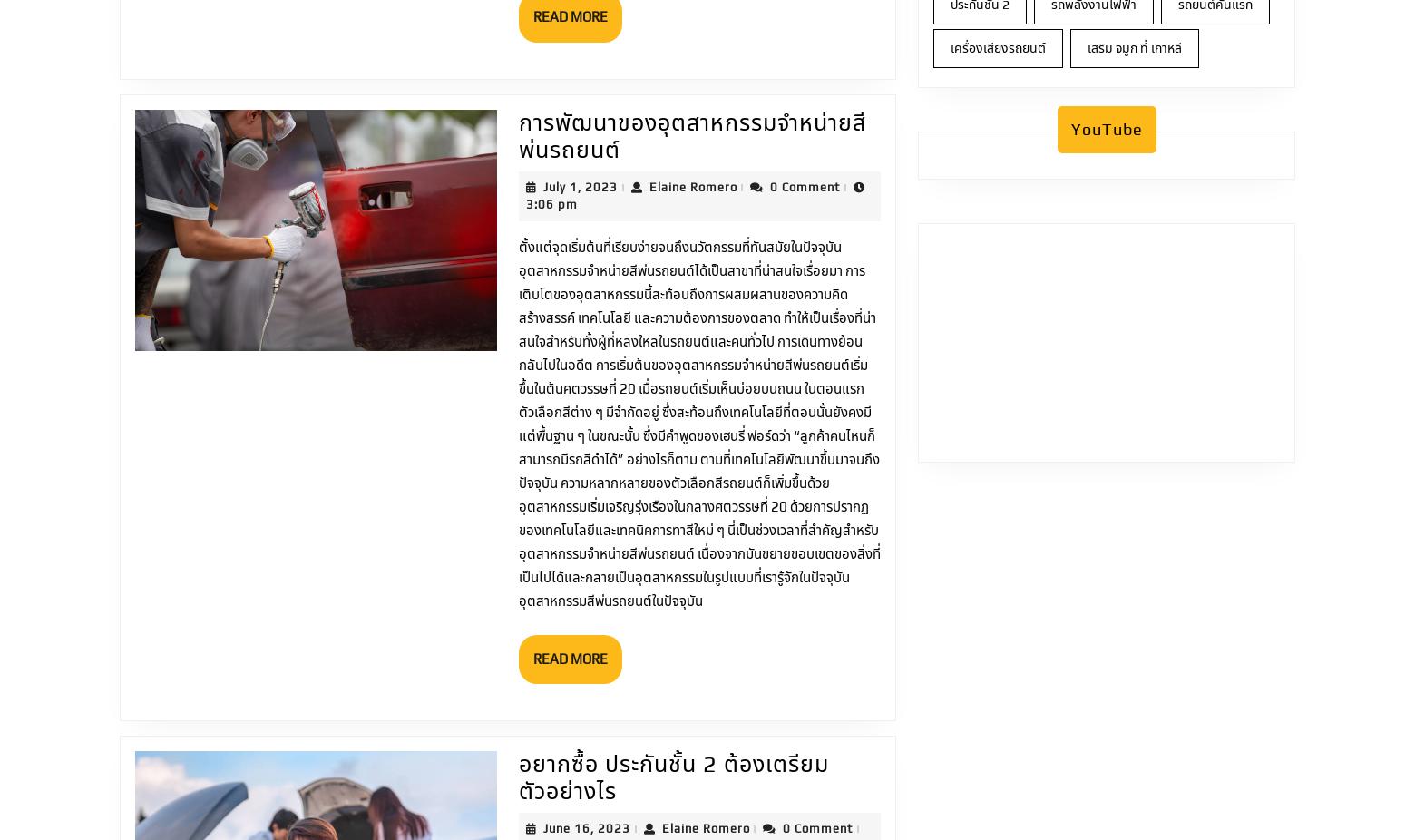 The image size is (1415, 840). Describe the element at coordinates (570, 505) in the screenshot. I see `'Read More'` at that location.